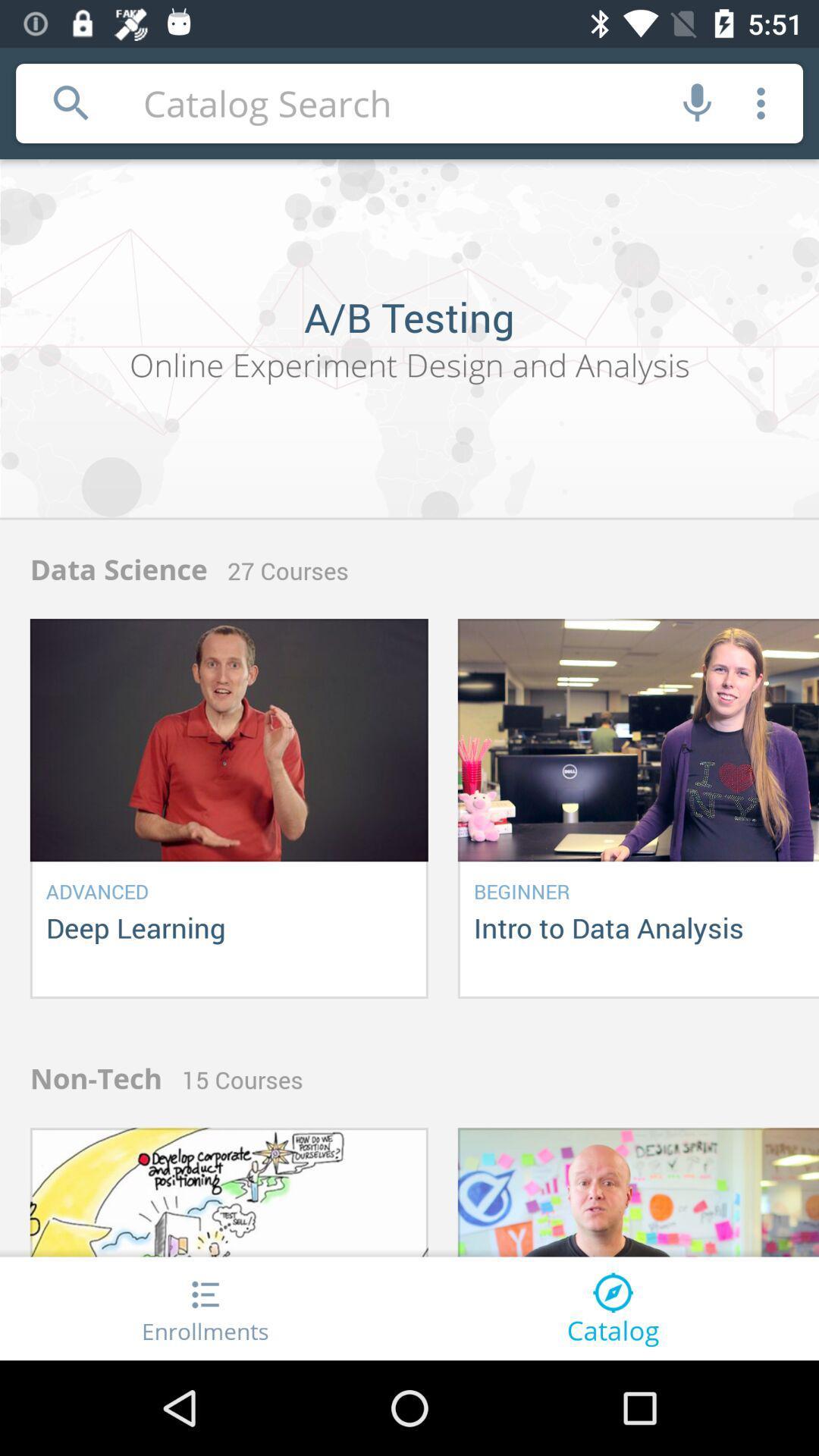 The height and width of the screenshot is (1456, 819). I want to click on drop down menu, so click(761, 102).